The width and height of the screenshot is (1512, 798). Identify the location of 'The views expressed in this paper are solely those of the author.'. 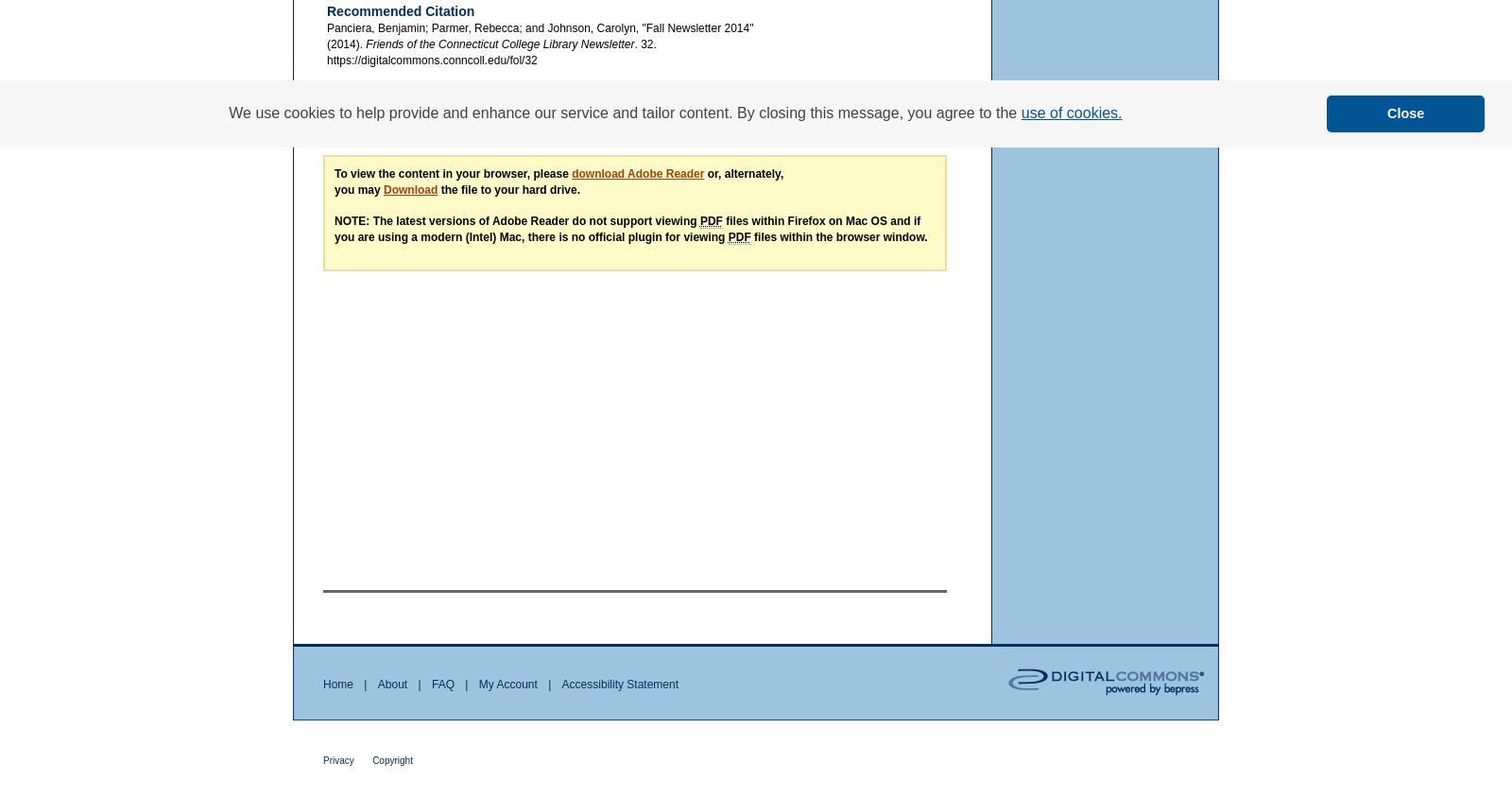
(483, 113).